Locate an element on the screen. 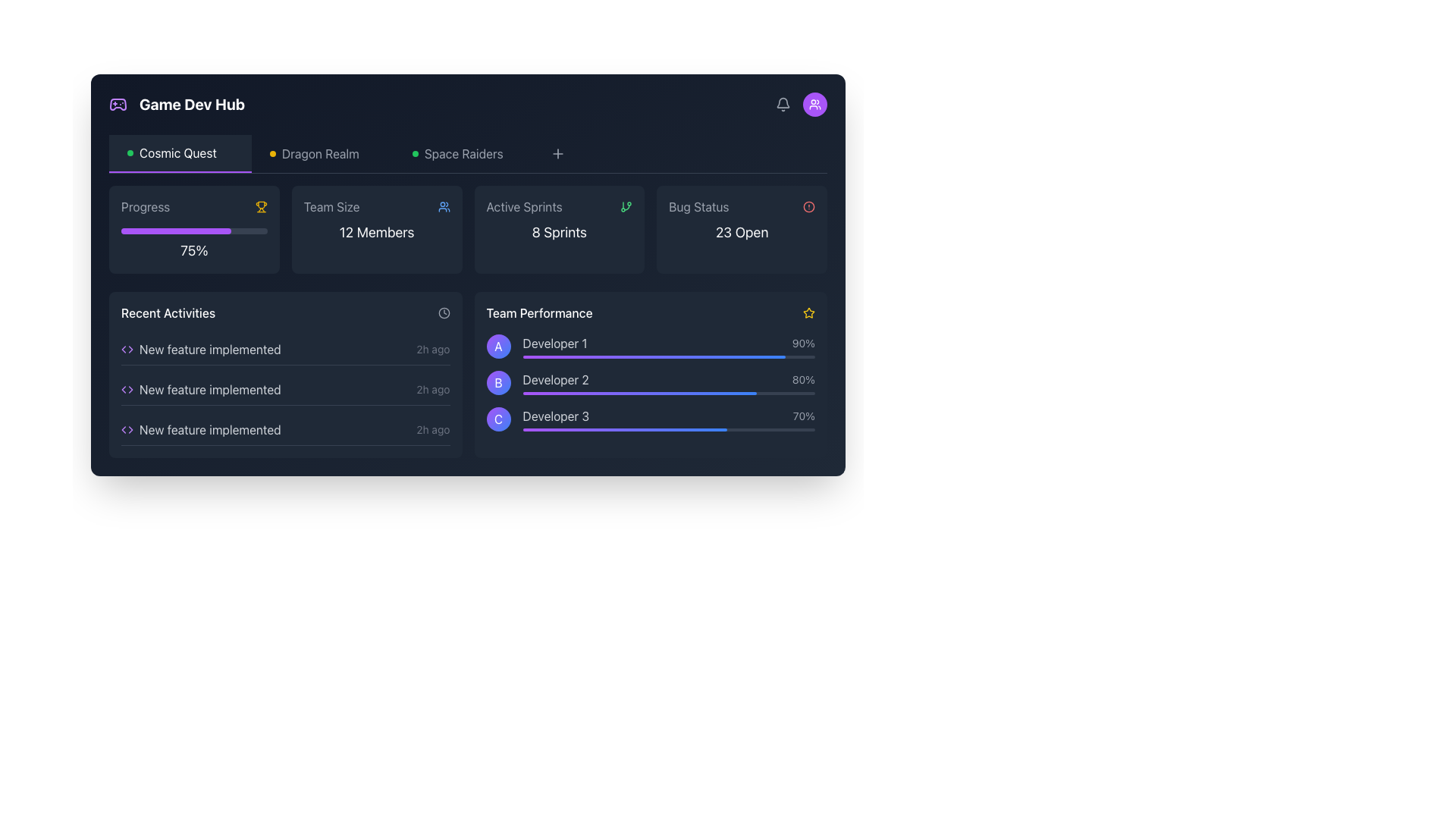 The width and height of the screenshot is (1456, 819). the role of the group/team icon located in the top-right corner of the card titled 'Team Size', next to the text '12 Members' is located at coordinates (443, 207).